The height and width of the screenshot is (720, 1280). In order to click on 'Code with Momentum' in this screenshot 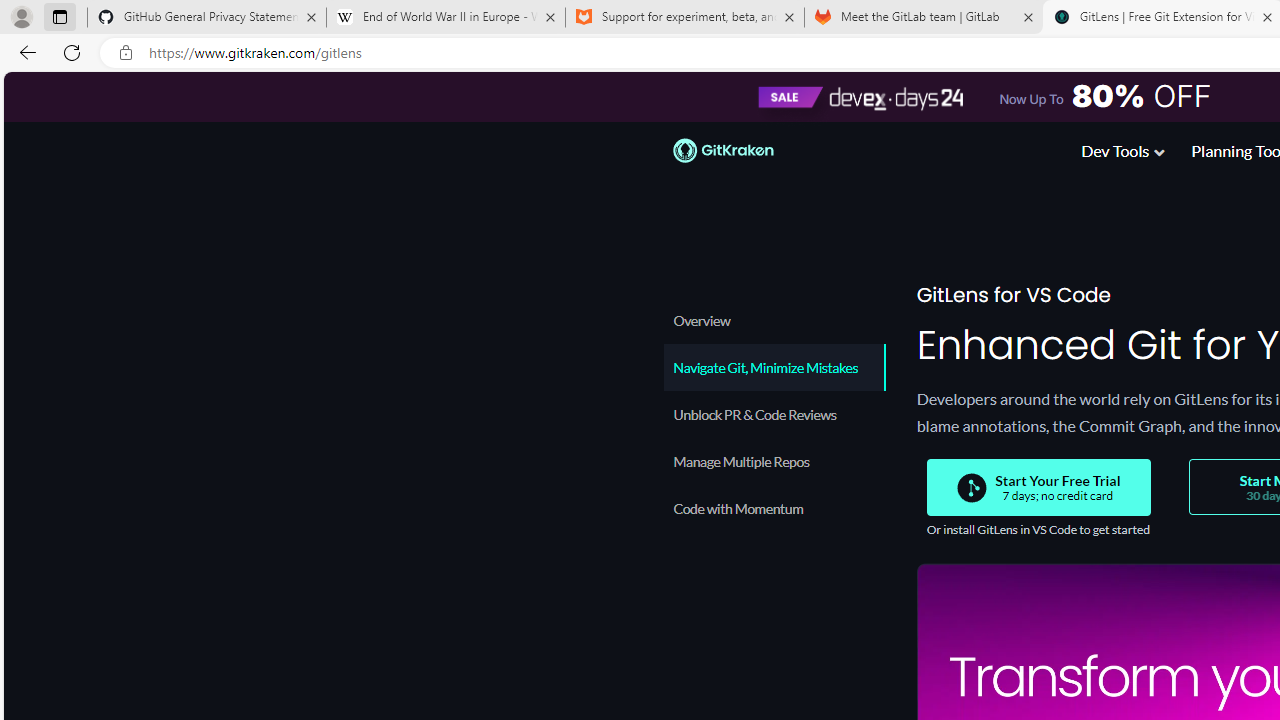, I will do `click(772, 507)`.